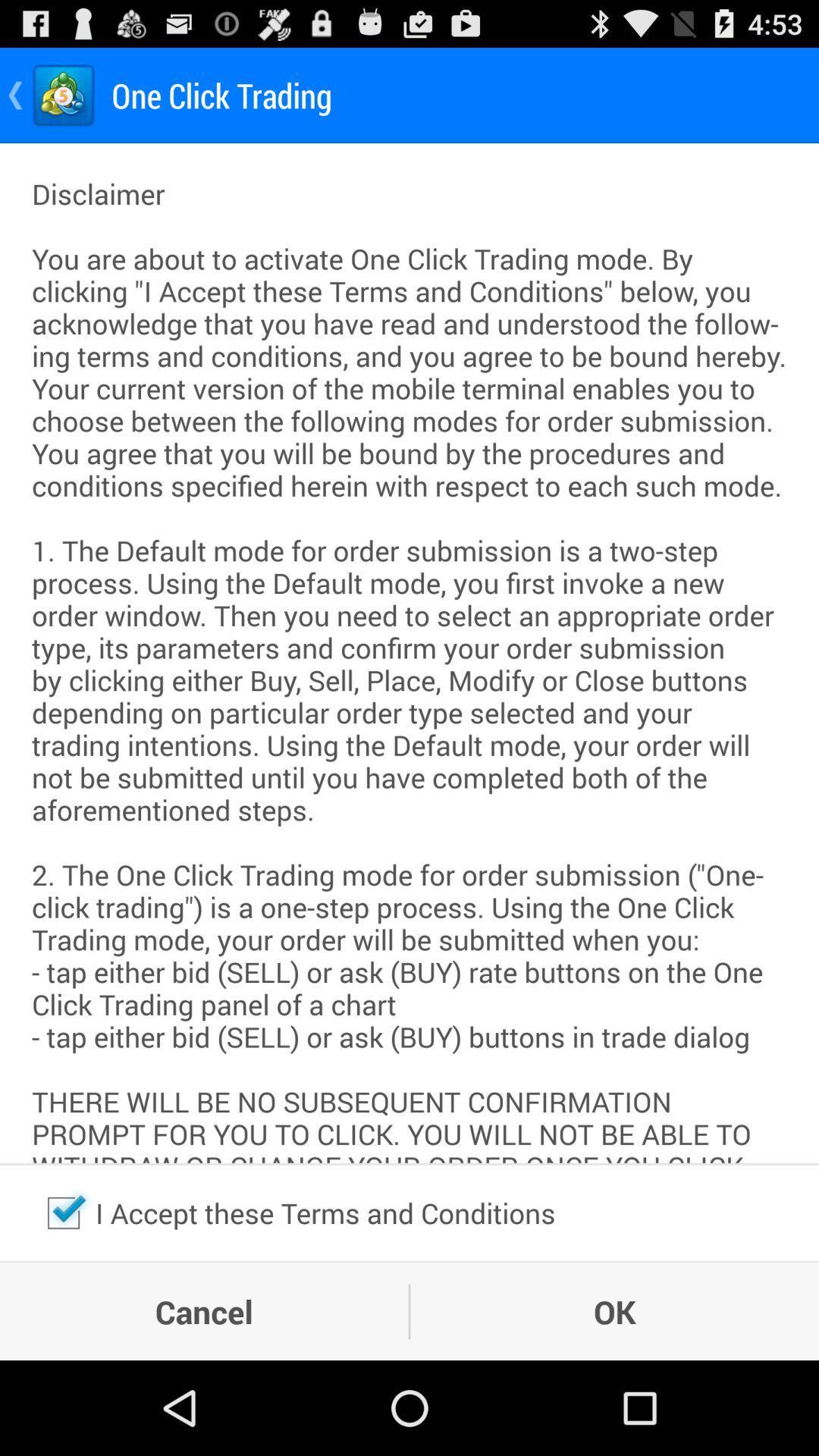 Image resolution: width=819 pixels, height=1456 pixels. I want to click on ok item, so click(614, 1310).